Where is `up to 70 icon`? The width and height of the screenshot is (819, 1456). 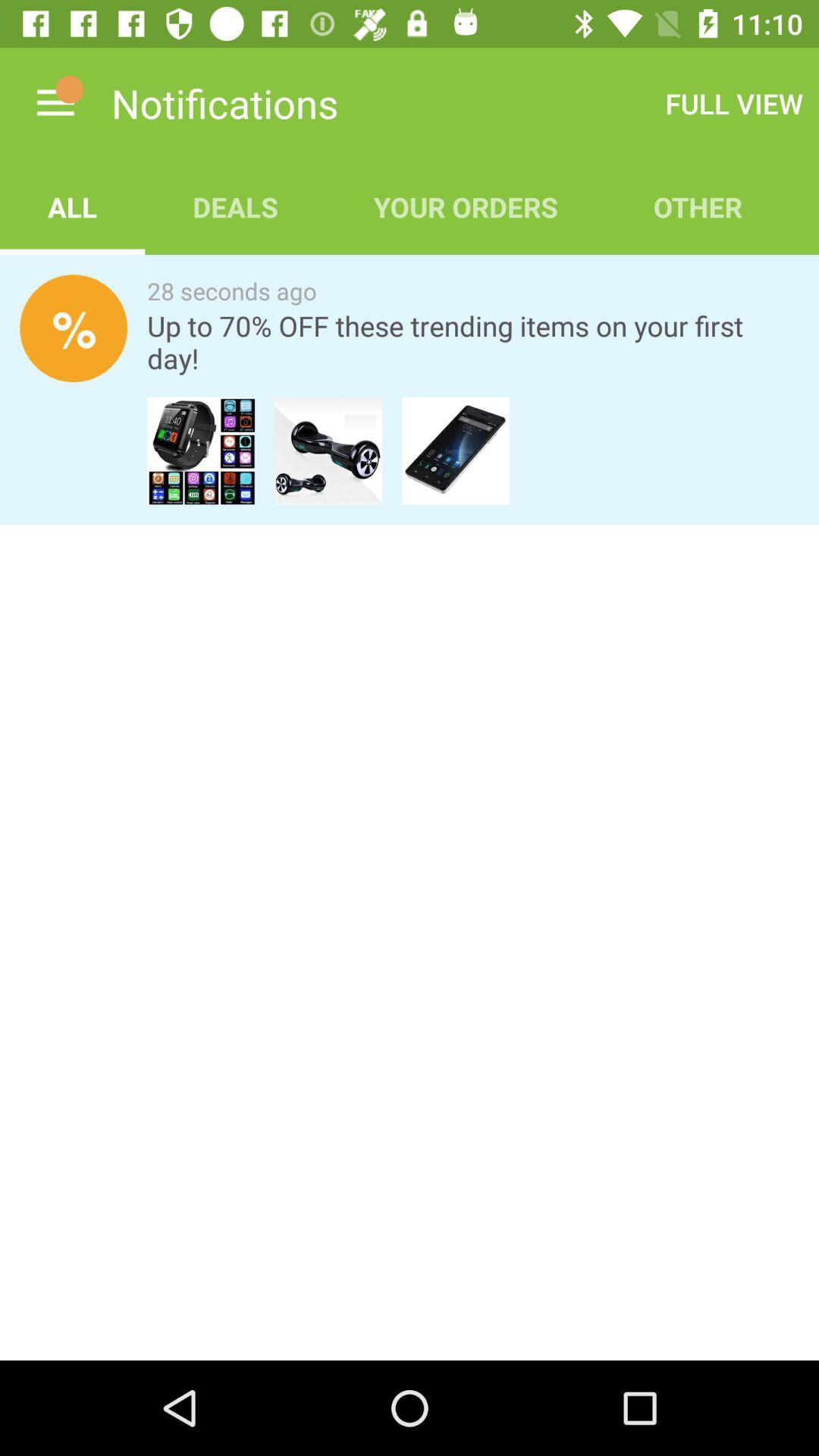
up to 70 icon is located at coordinates (472, 341).